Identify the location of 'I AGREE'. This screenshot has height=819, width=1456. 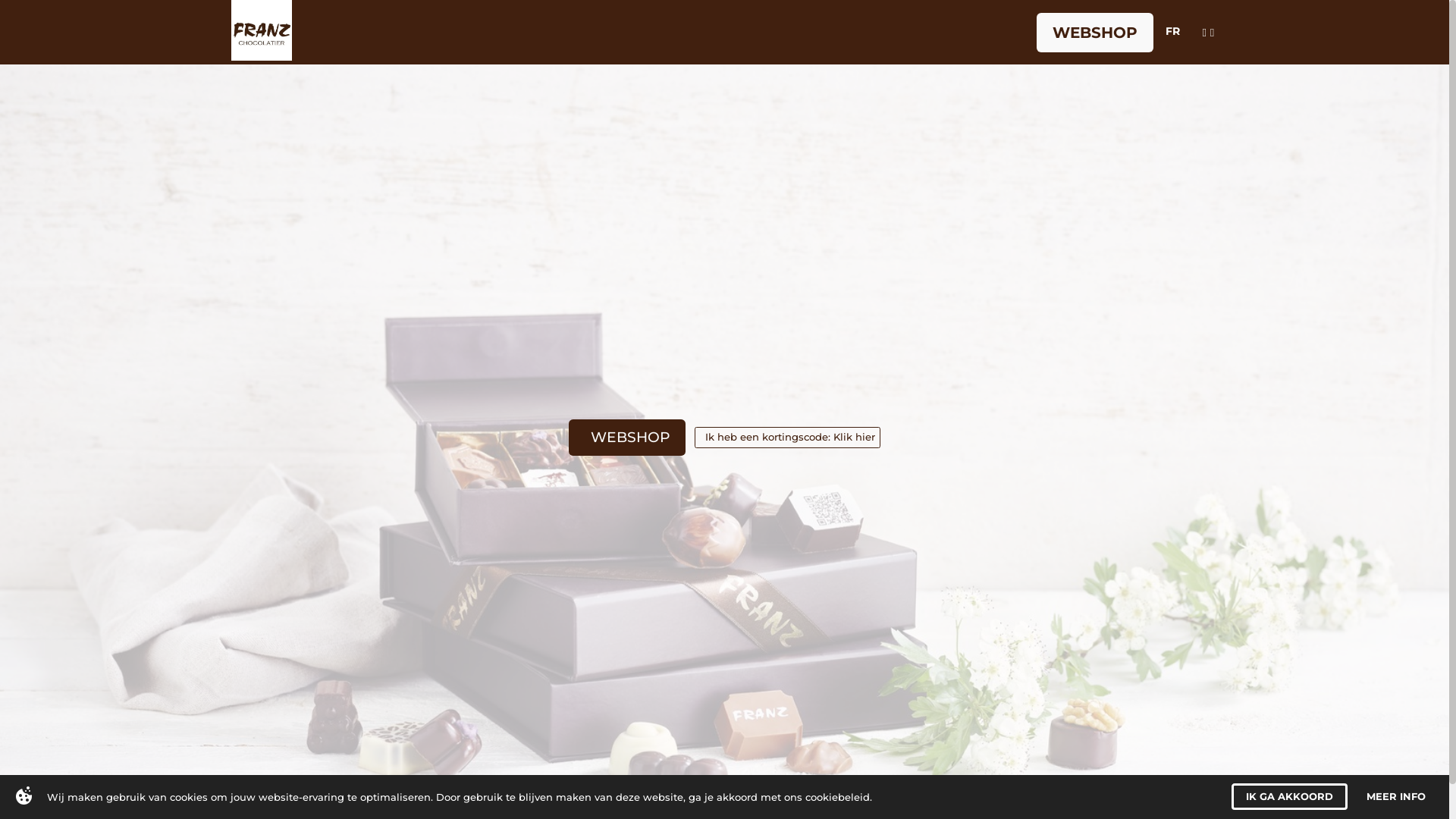
(1316, 795).